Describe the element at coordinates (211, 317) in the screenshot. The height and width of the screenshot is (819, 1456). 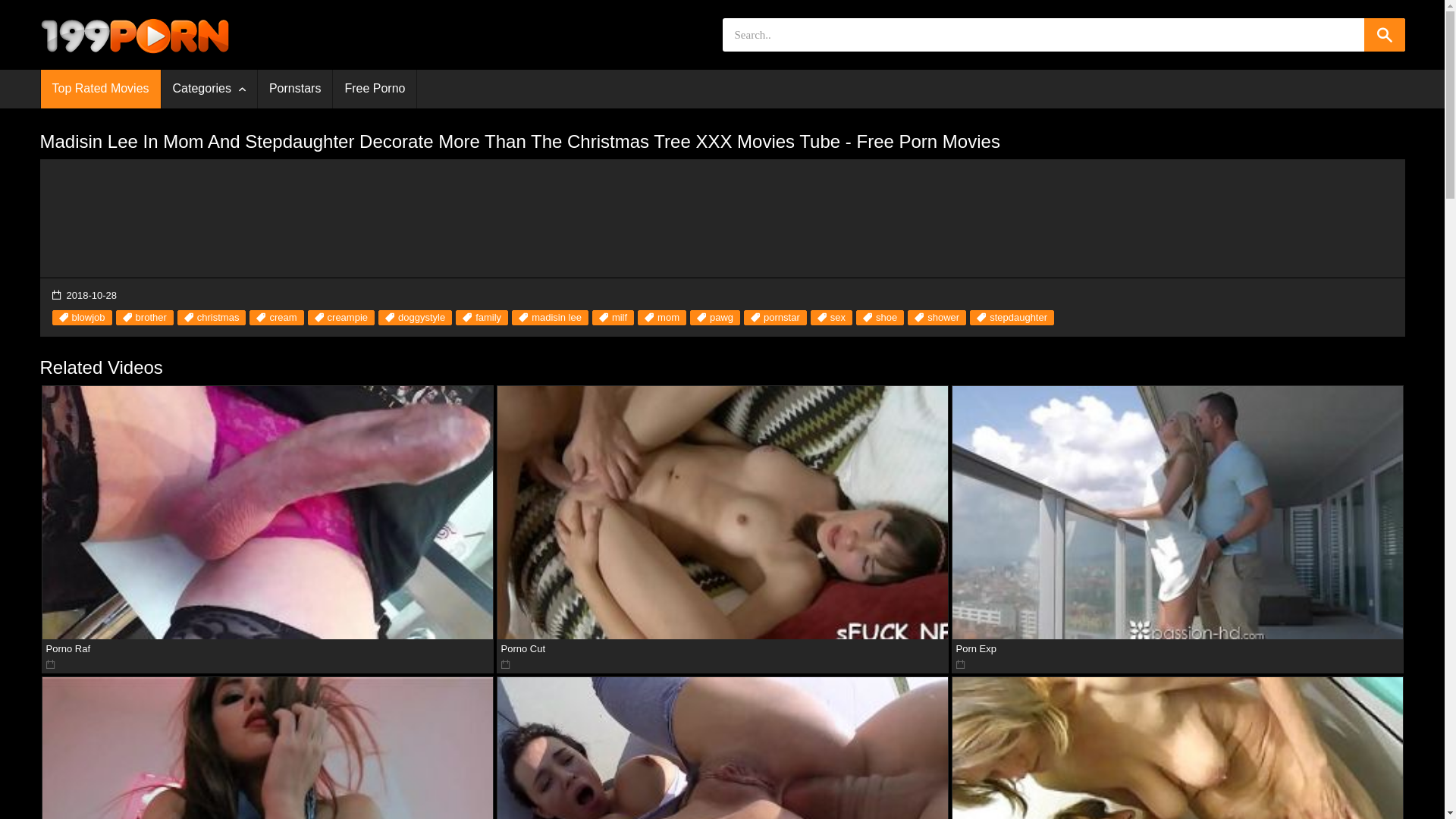
I see `'christmas'` at that location.